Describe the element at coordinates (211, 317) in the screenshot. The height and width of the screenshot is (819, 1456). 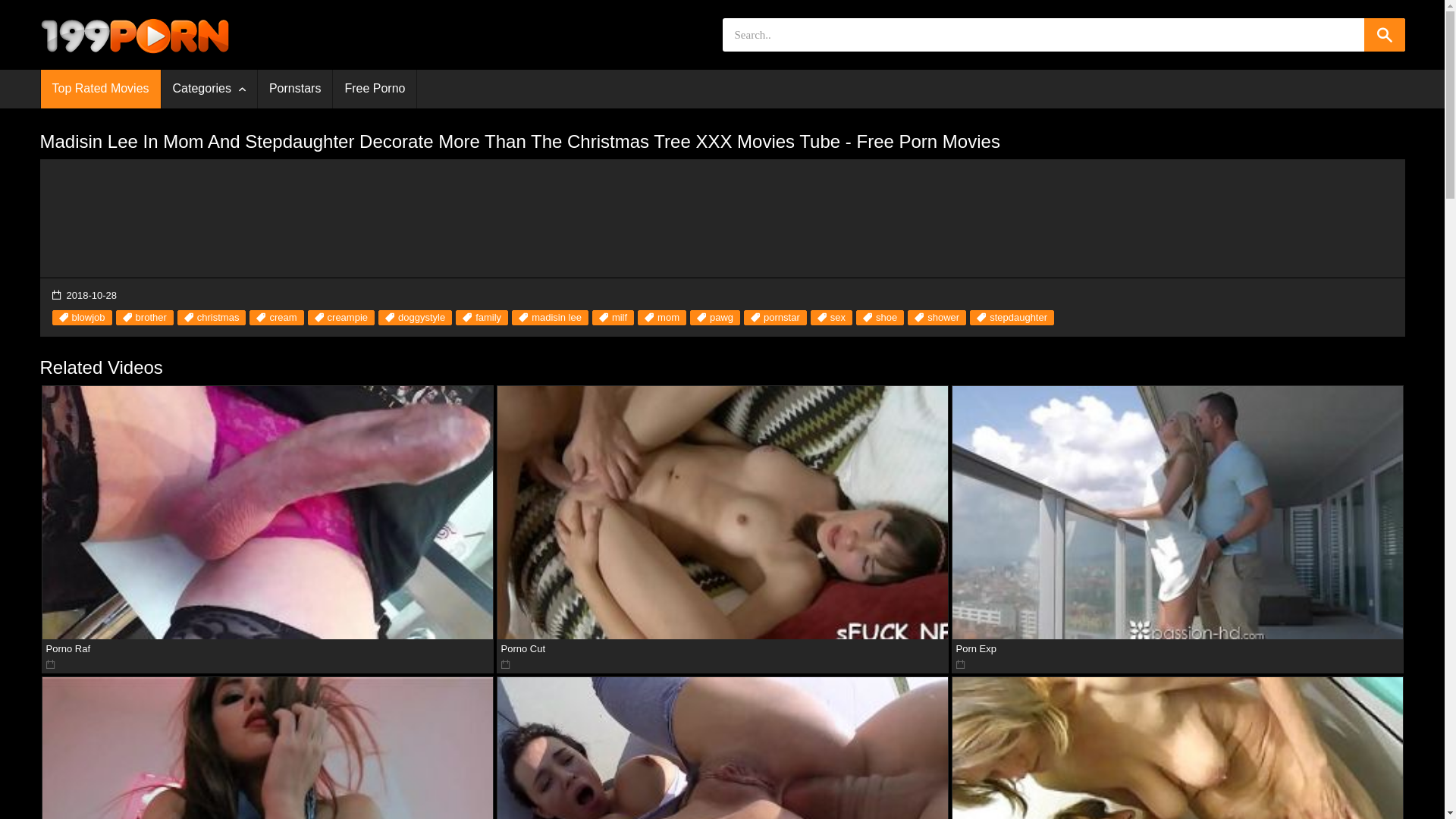
I see `'christmas'` at that location.